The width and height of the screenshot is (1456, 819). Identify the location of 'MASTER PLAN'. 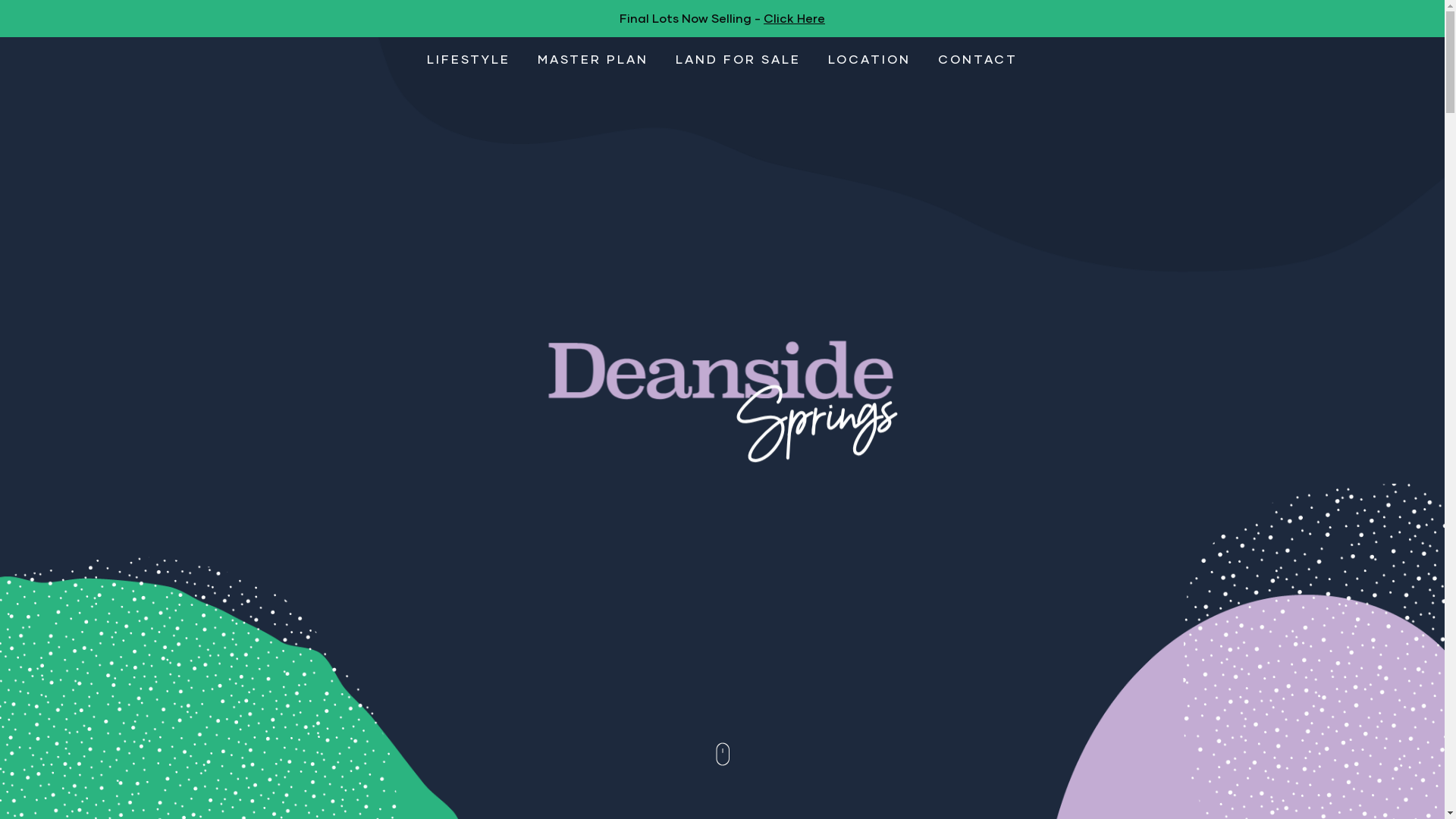
(592, 58).